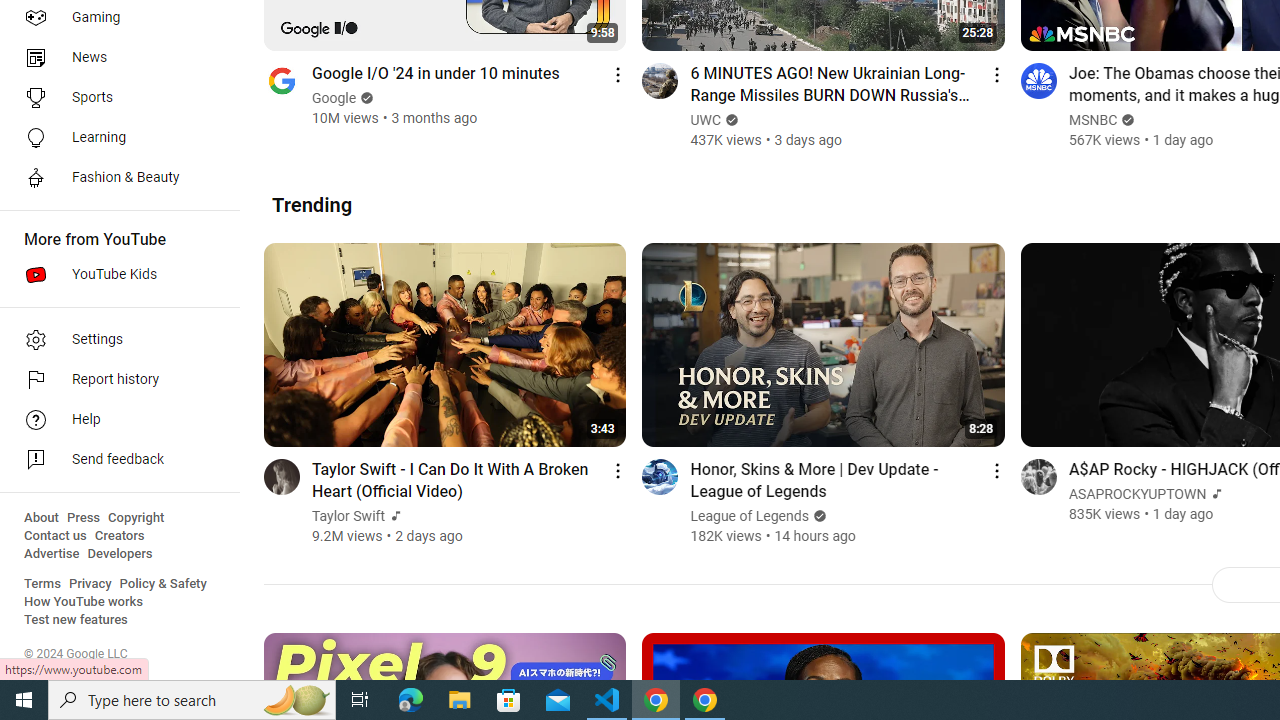 The height and width of the screenshot is (720, 1280). What do you see at coordinates (112, 419) in the screenshot?
I see `'Help'` at bounding box center [112, 419].